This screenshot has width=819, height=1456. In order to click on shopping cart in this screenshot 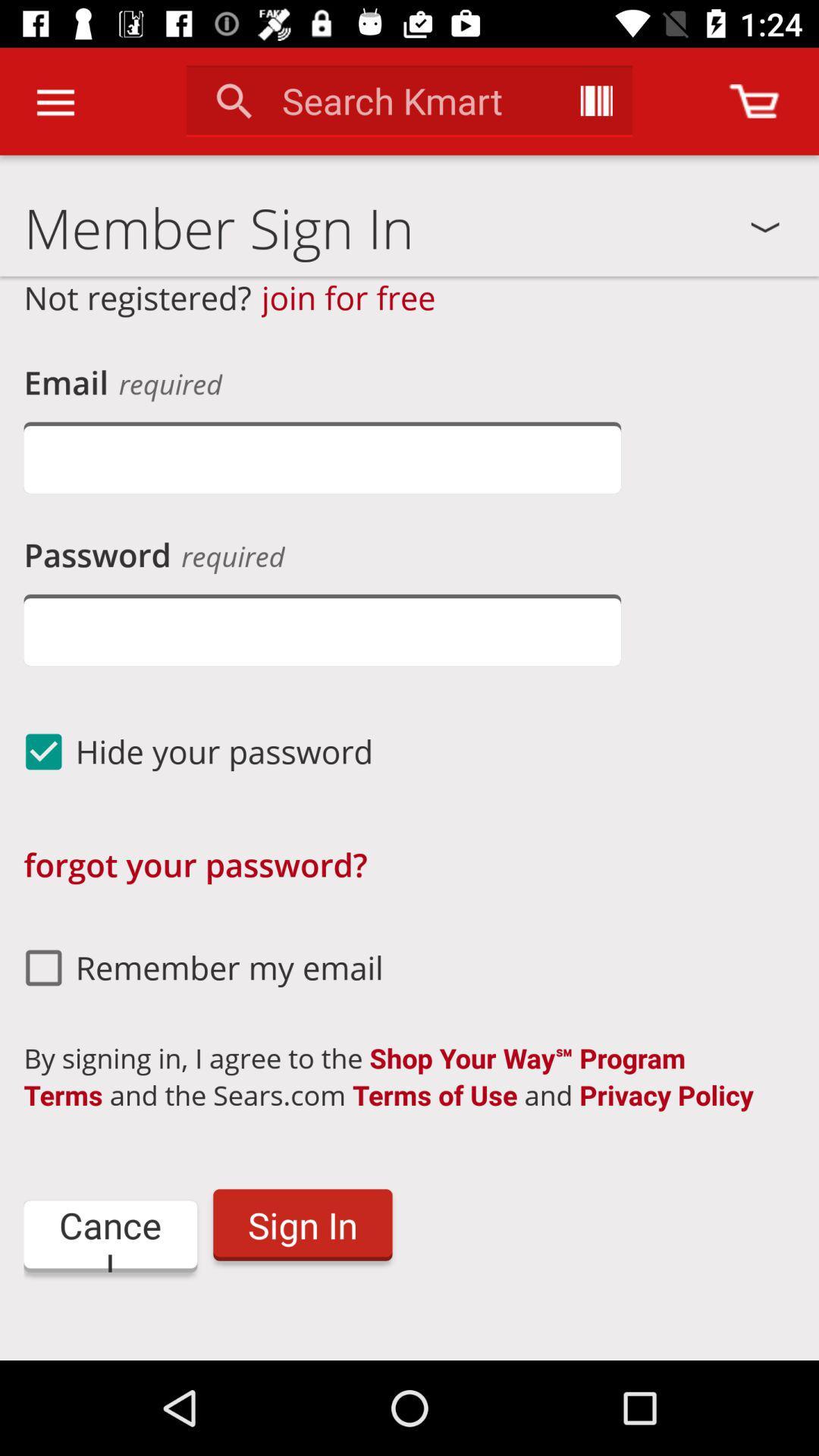, I will do `click(754, 100)`.